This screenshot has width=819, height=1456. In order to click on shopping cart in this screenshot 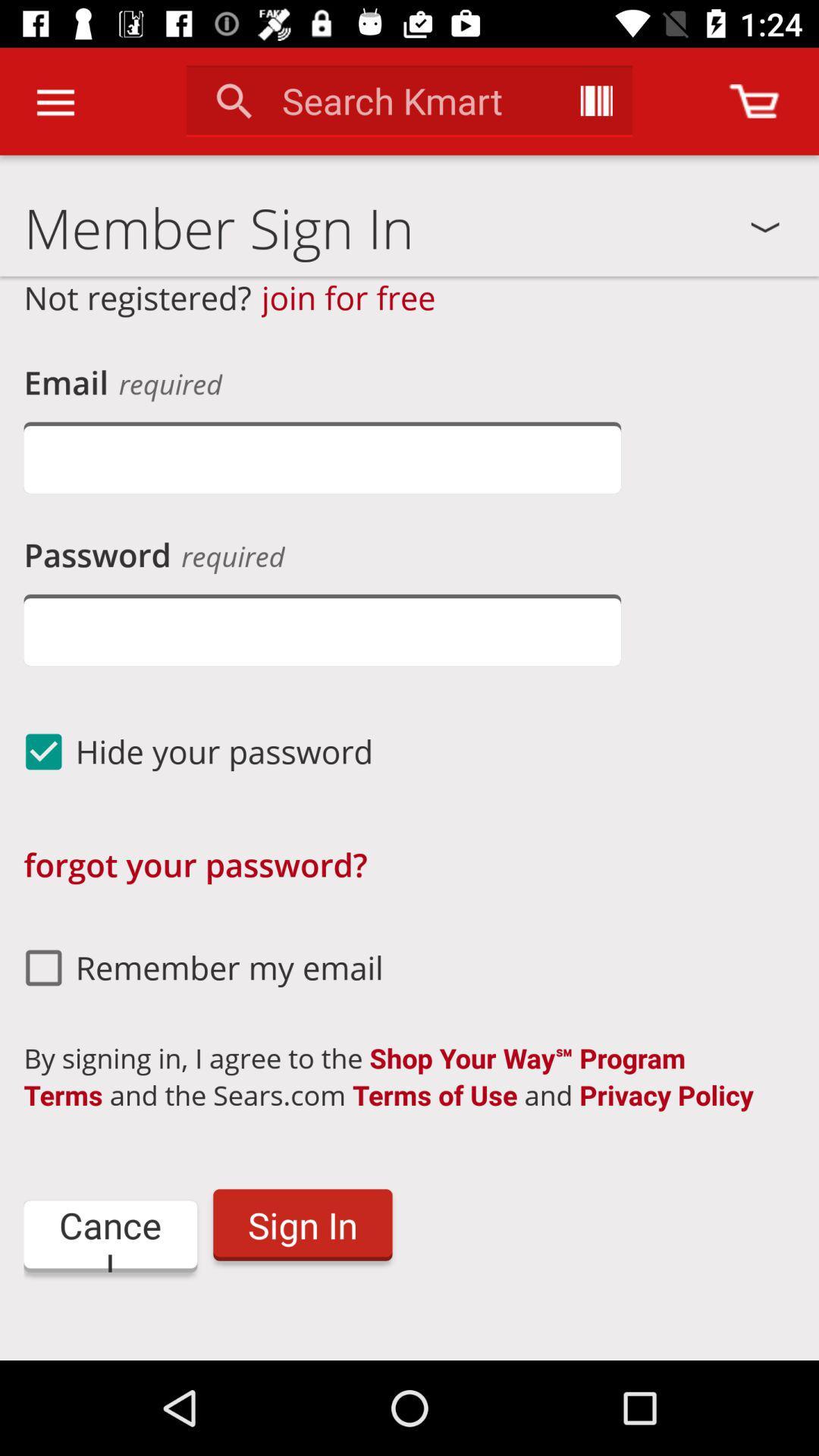, I will do `click(754, 100)`.